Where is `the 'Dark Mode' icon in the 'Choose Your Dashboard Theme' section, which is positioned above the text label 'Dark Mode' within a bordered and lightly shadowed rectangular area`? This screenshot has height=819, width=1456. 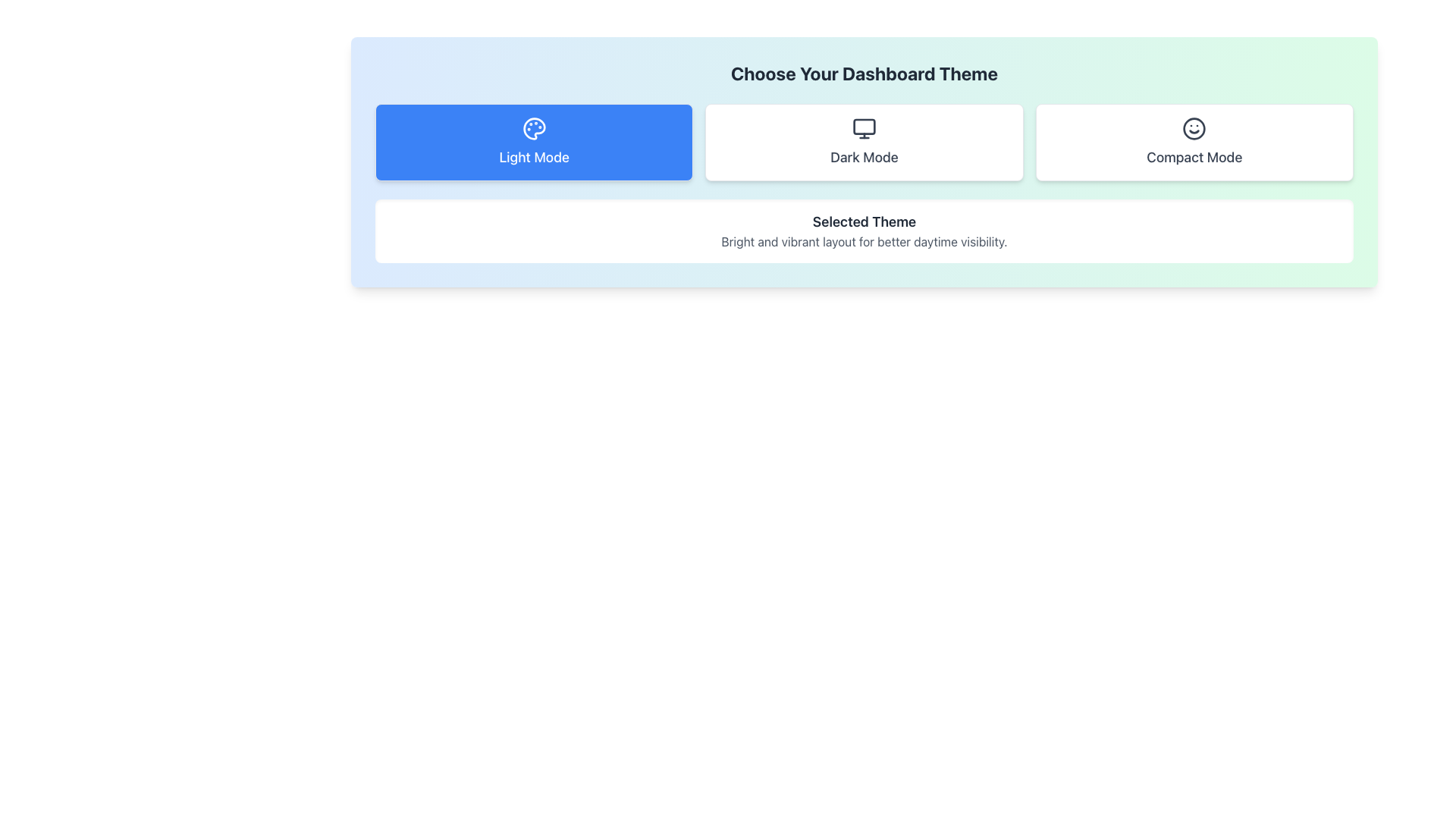 the 'Dark Mode' icon in the 'Choose Your Dashboard Theme' section, which is positioned above the text label 'Dark Mode' within a bordered and lightly shadowed rectangular area is located at coordinates (864, 127).